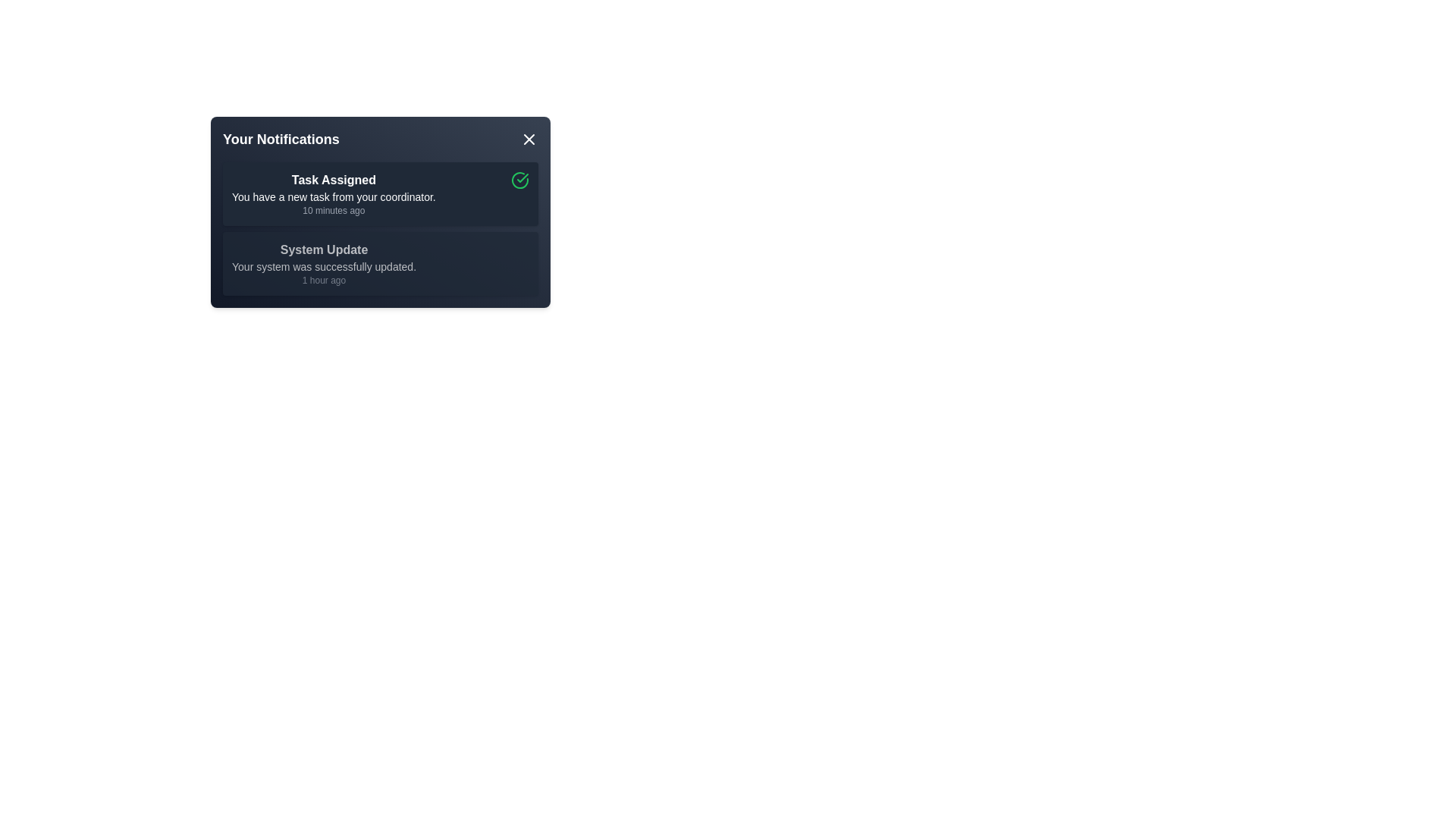 This screenshot has height=819, width=1456. What do you see at coordinates (381, 193) in the screenshot?
I see `the first notification card in the 'Your Notifications' list` at bounding box center [381, 193].